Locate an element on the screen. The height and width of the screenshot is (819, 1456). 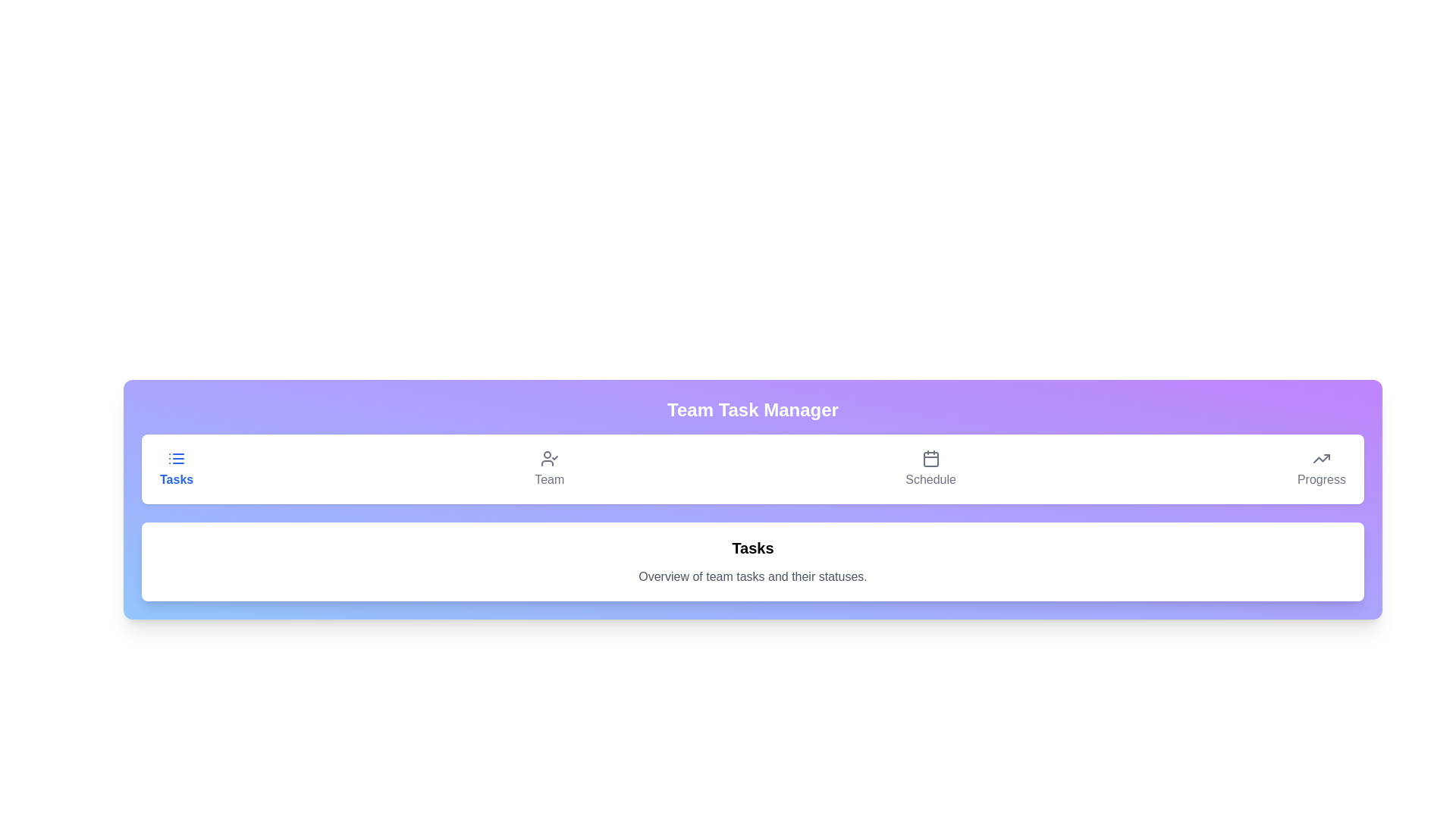
the 'Team' button, which is a compact rectangular UI component featuring a person graphic with a checkmark and the label 'Team' below it, located centrally in a horizontal list of elements under the header is located at coordinates (548, 468).